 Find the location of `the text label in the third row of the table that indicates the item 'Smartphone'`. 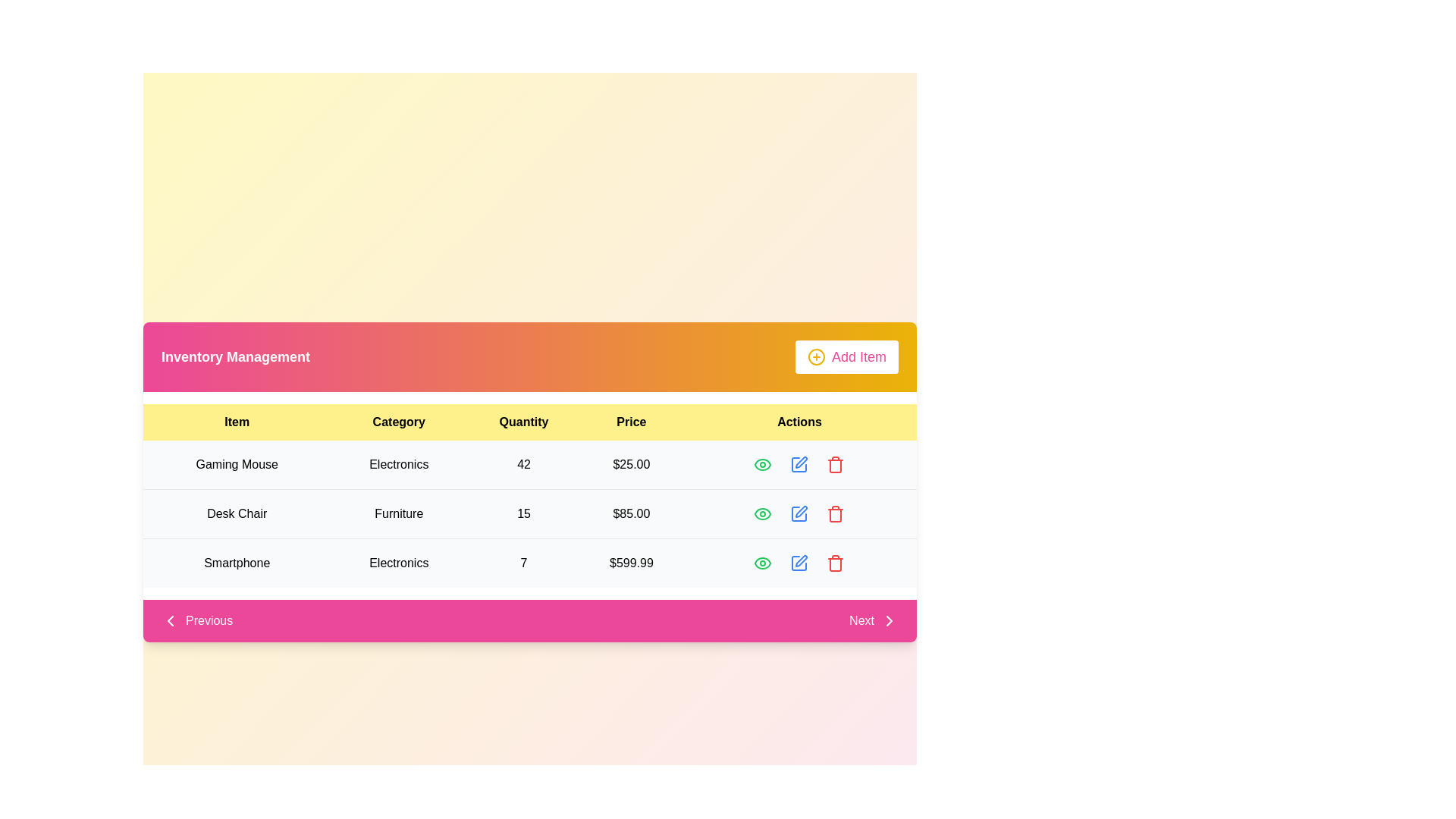

the text label in the third row of the table that indicates the item 'Smartphone' is located at coordinates (236, 563).